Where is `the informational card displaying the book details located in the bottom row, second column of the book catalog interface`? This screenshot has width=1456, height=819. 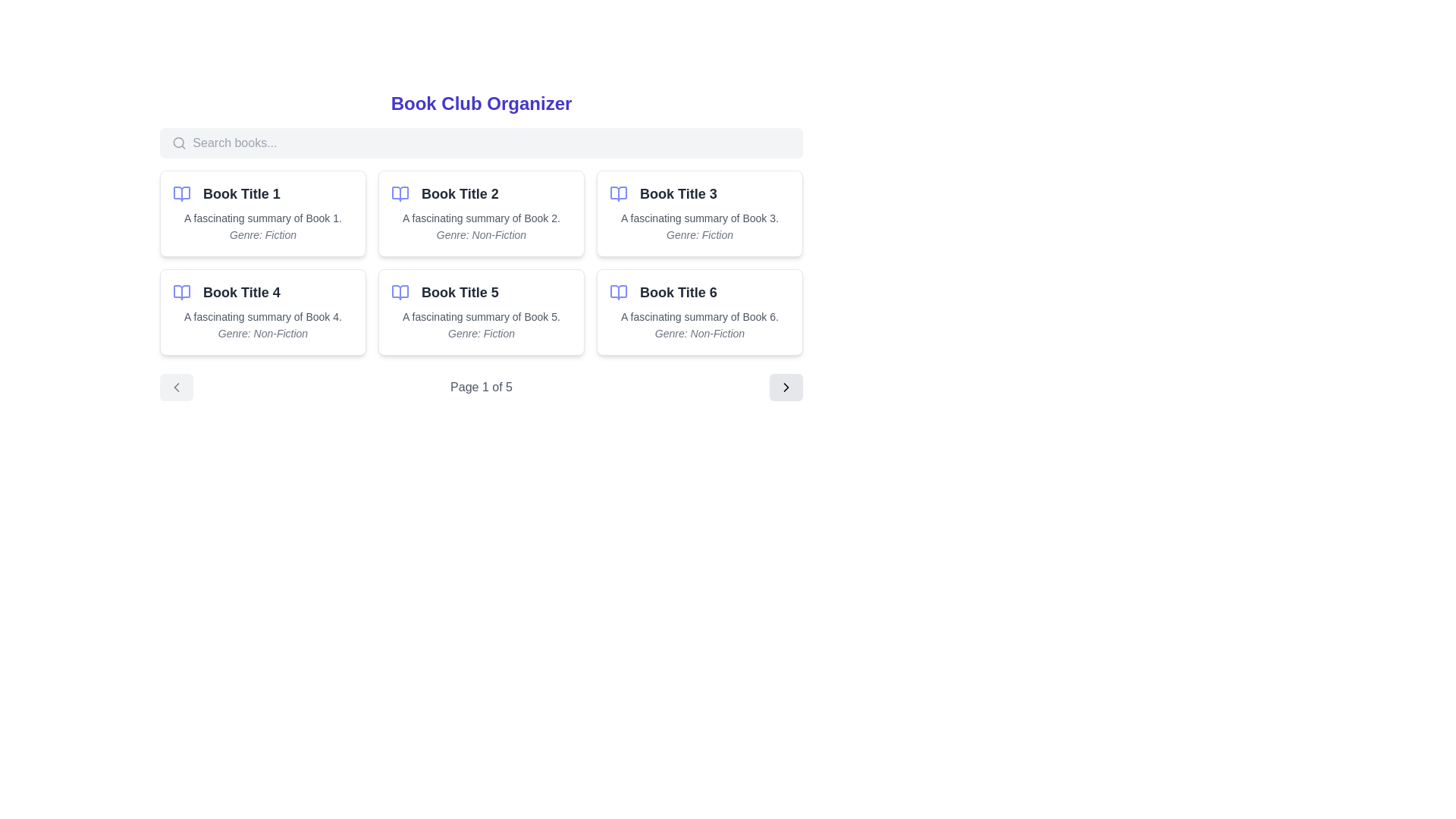 the informational card displaying the book details located in the bottom row, second column of the book catalog interface is located at coordinates (480, 312).